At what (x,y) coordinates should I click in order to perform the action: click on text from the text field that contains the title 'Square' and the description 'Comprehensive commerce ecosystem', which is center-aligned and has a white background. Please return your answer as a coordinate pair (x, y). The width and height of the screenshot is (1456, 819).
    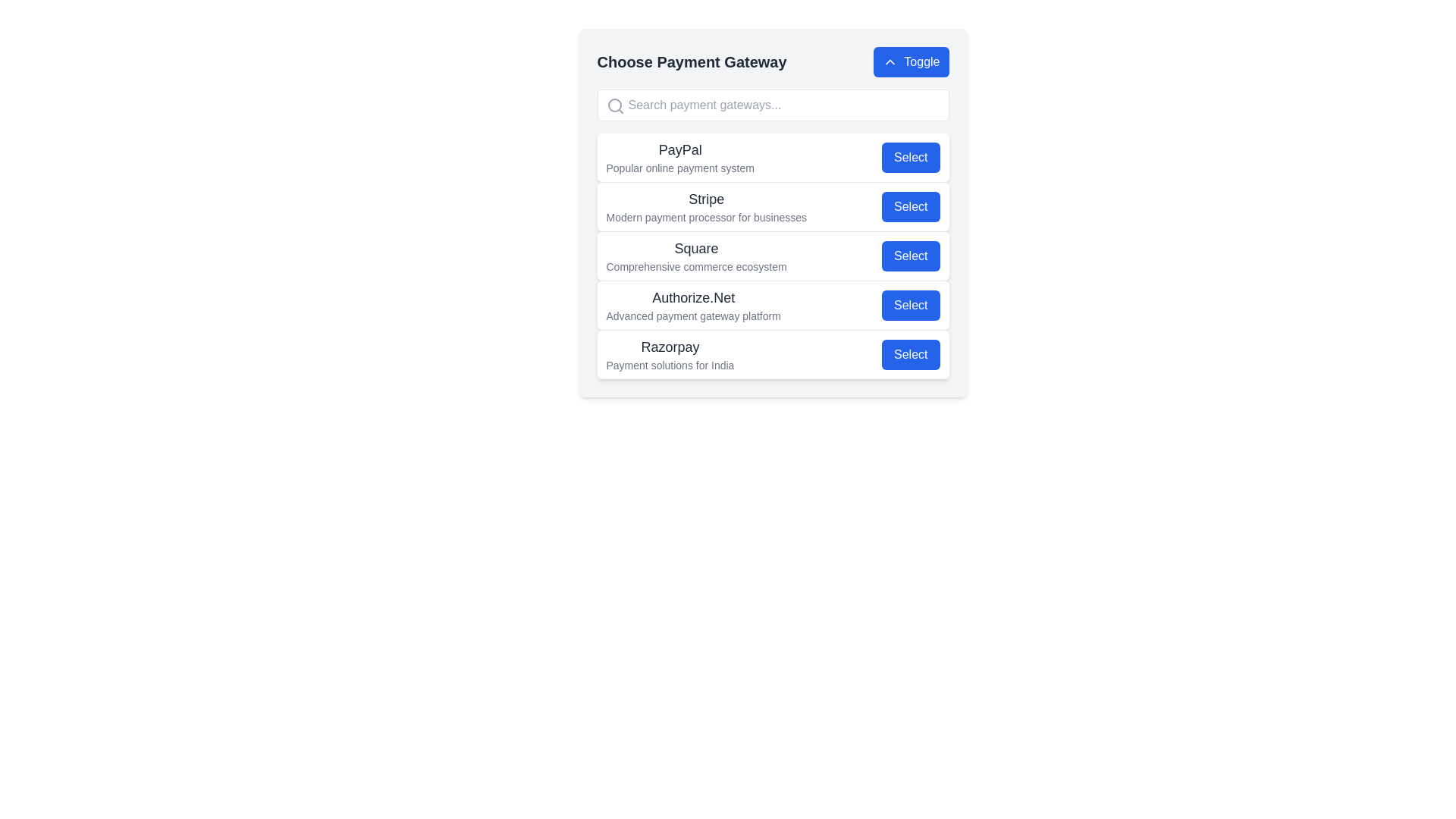
    Looking at the image, I should click on (695, 256).